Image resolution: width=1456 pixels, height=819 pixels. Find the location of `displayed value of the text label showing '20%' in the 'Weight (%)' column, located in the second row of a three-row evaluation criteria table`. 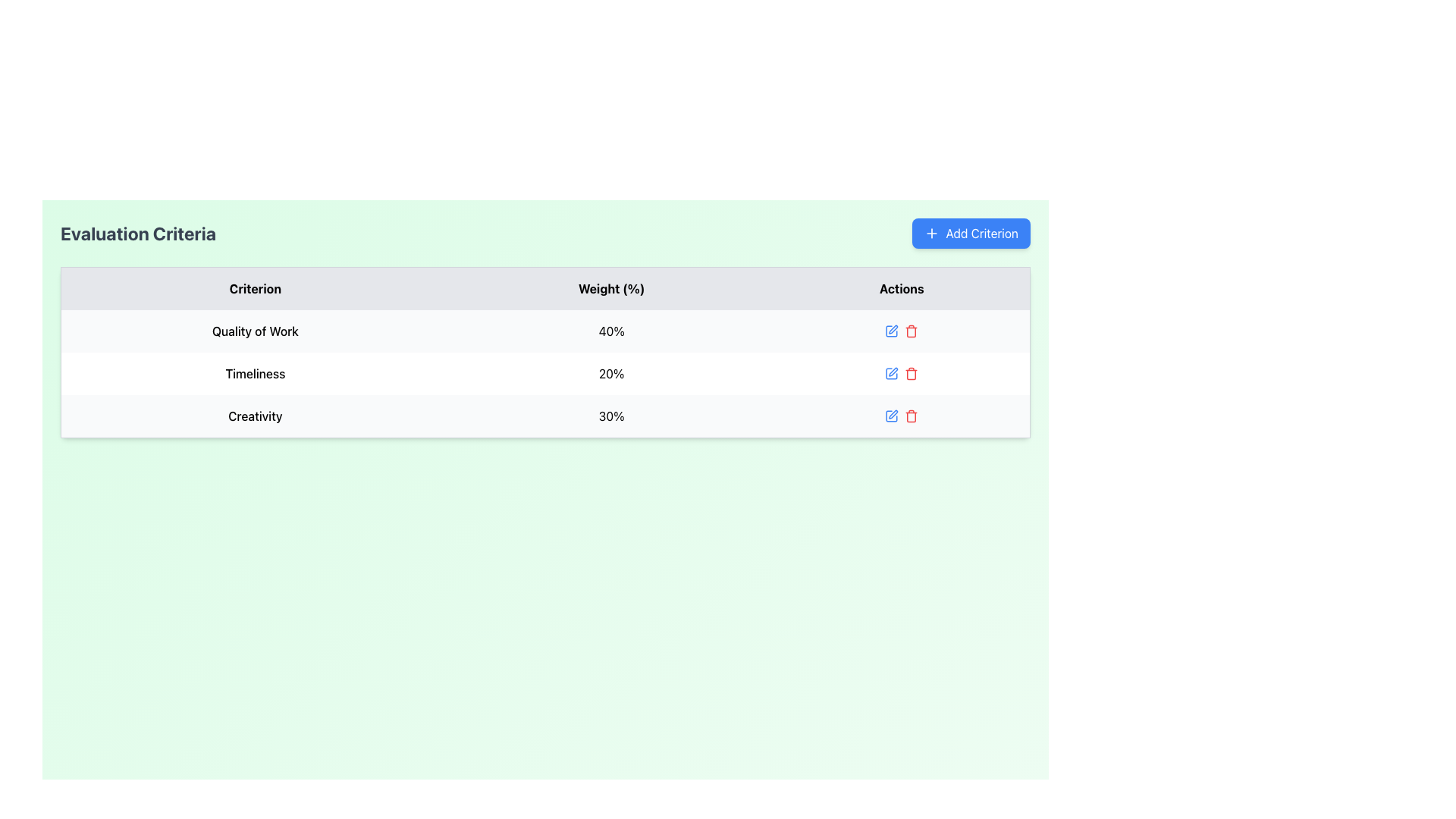

displayed value of the text label showing '20%' in the 'Weight (%)' column, located in the second row of a three-row evaluation criteria table is located at coordinates (611, 374).